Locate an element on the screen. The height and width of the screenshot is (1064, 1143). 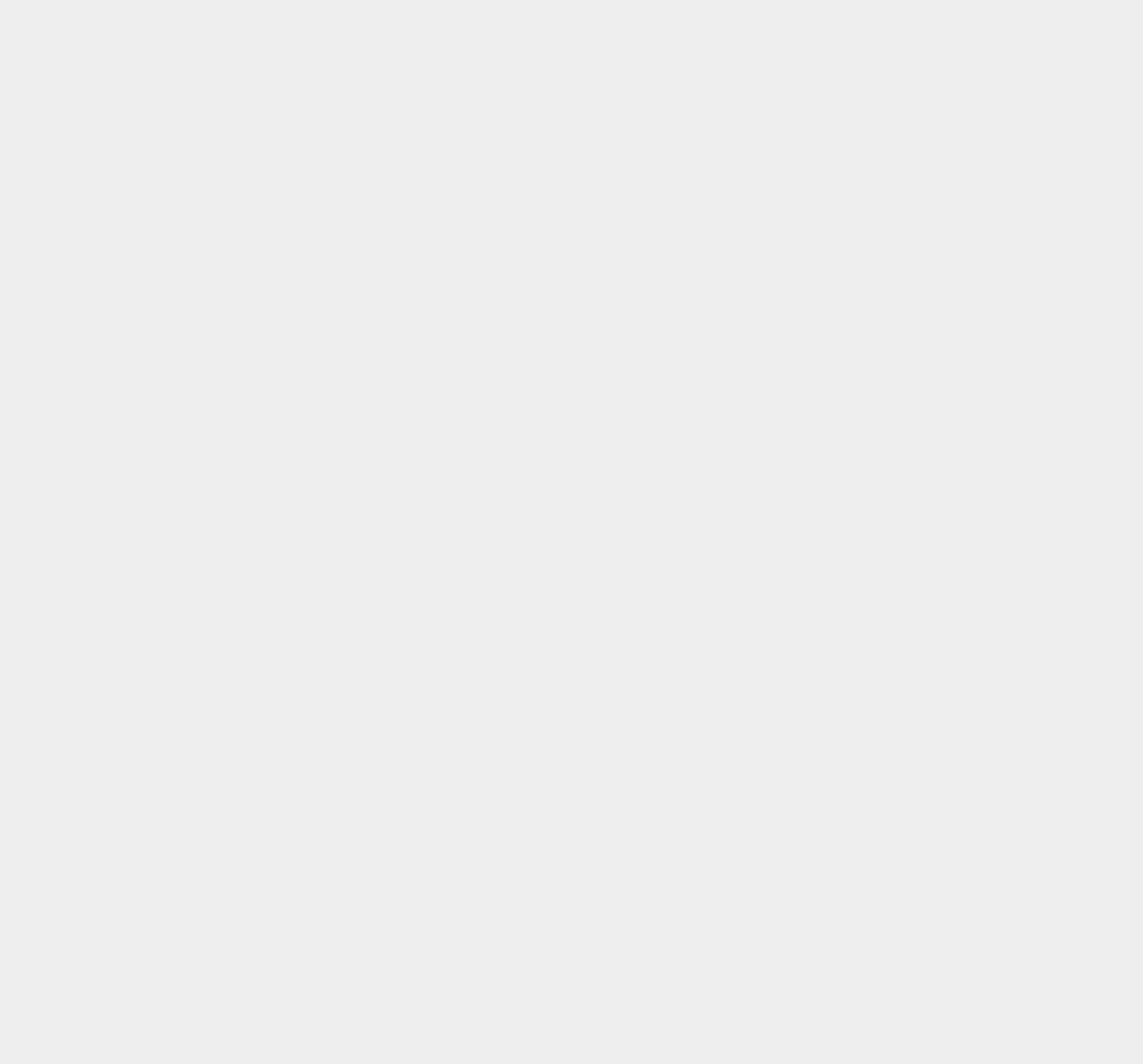
'Jitterbug Touch' is located at coordinates (856, 961).